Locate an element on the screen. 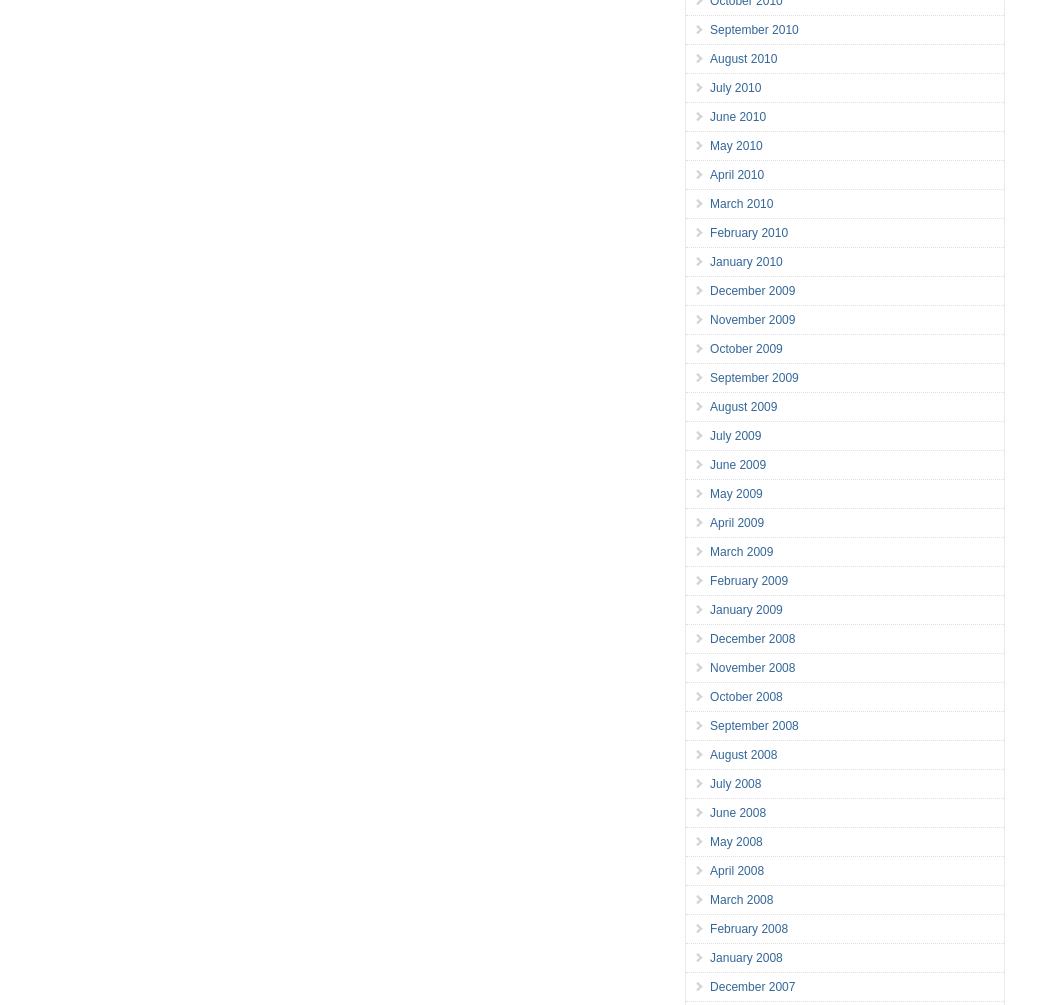 The image size is (1050, 1005). 'July 2008' is located at coordinates (734, 784).